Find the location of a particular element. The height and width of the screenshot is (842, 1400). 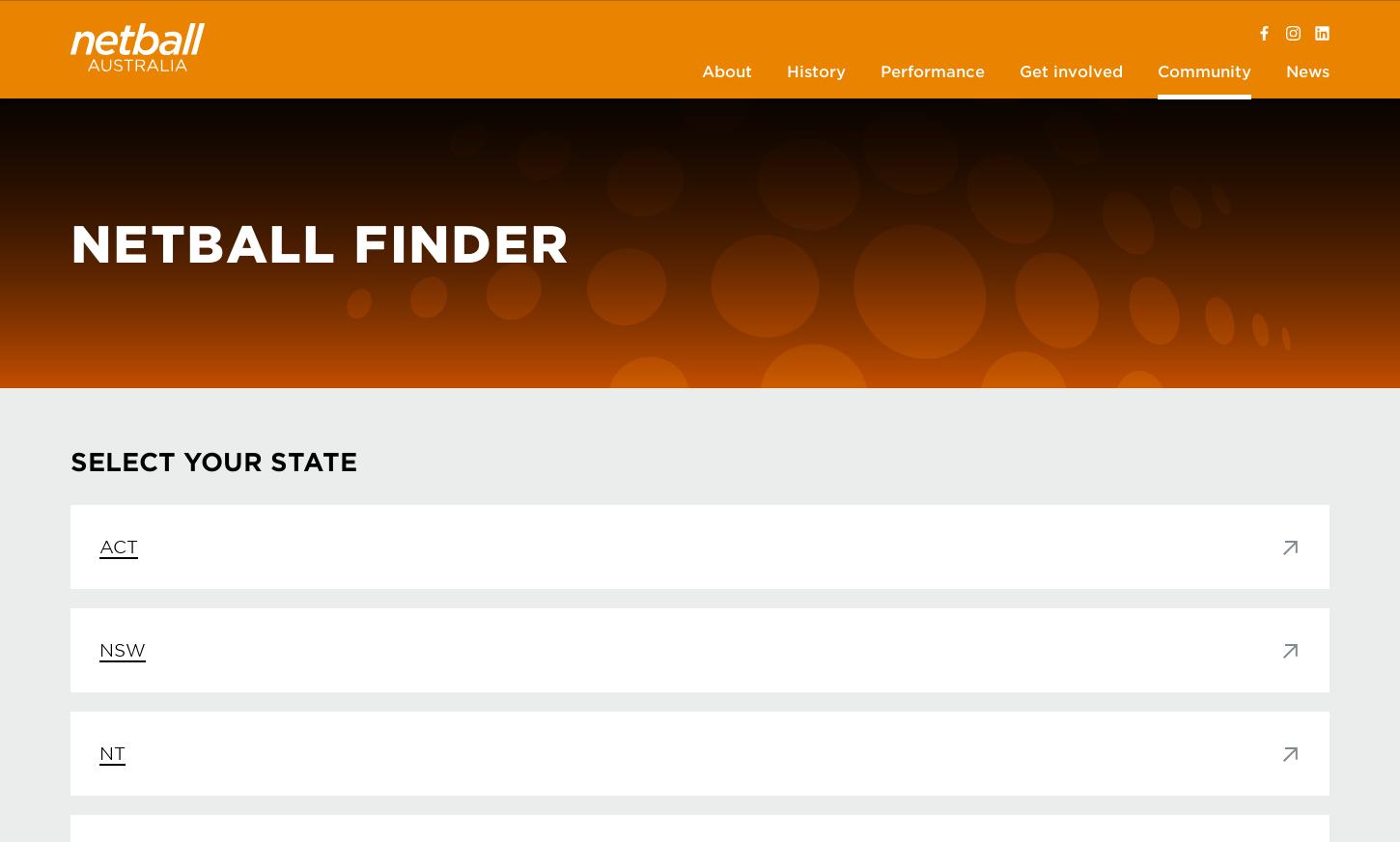

'Rules of Netball' is located at coordinates (776, 326).